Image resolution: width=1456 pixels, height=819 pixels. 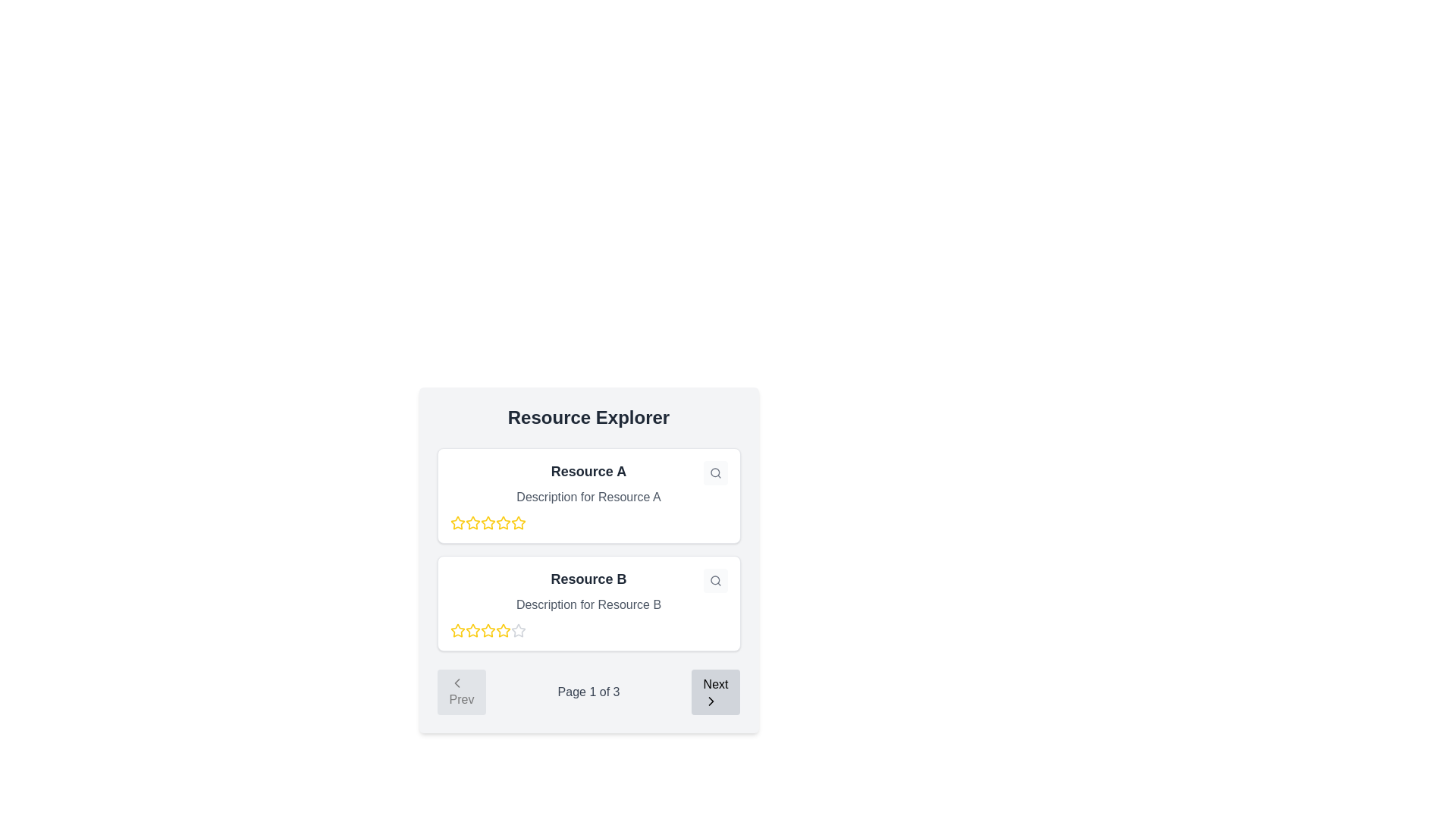 I want to click on the leftward-facing chevron arrow icon within the 'Prev' button, so click(x=456, y=683).